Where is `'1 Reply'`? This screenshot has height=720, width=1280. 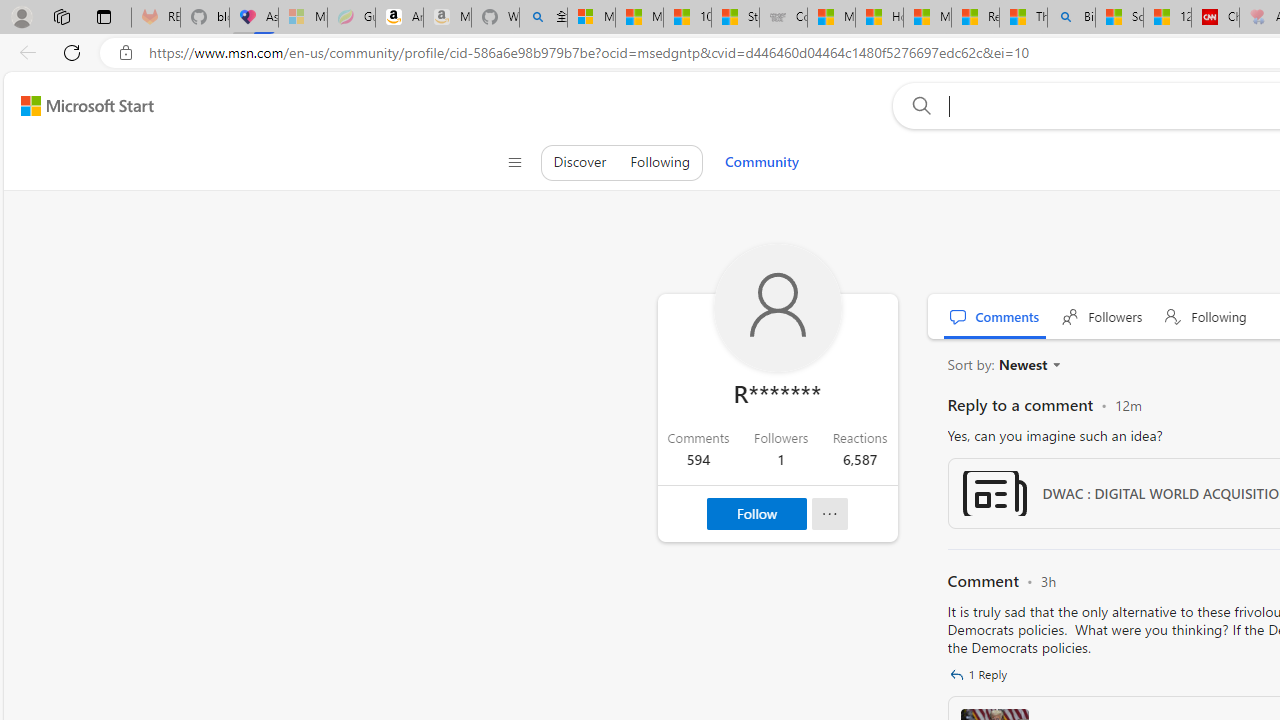 '1 Reply' is located at coordinates (981, 675).